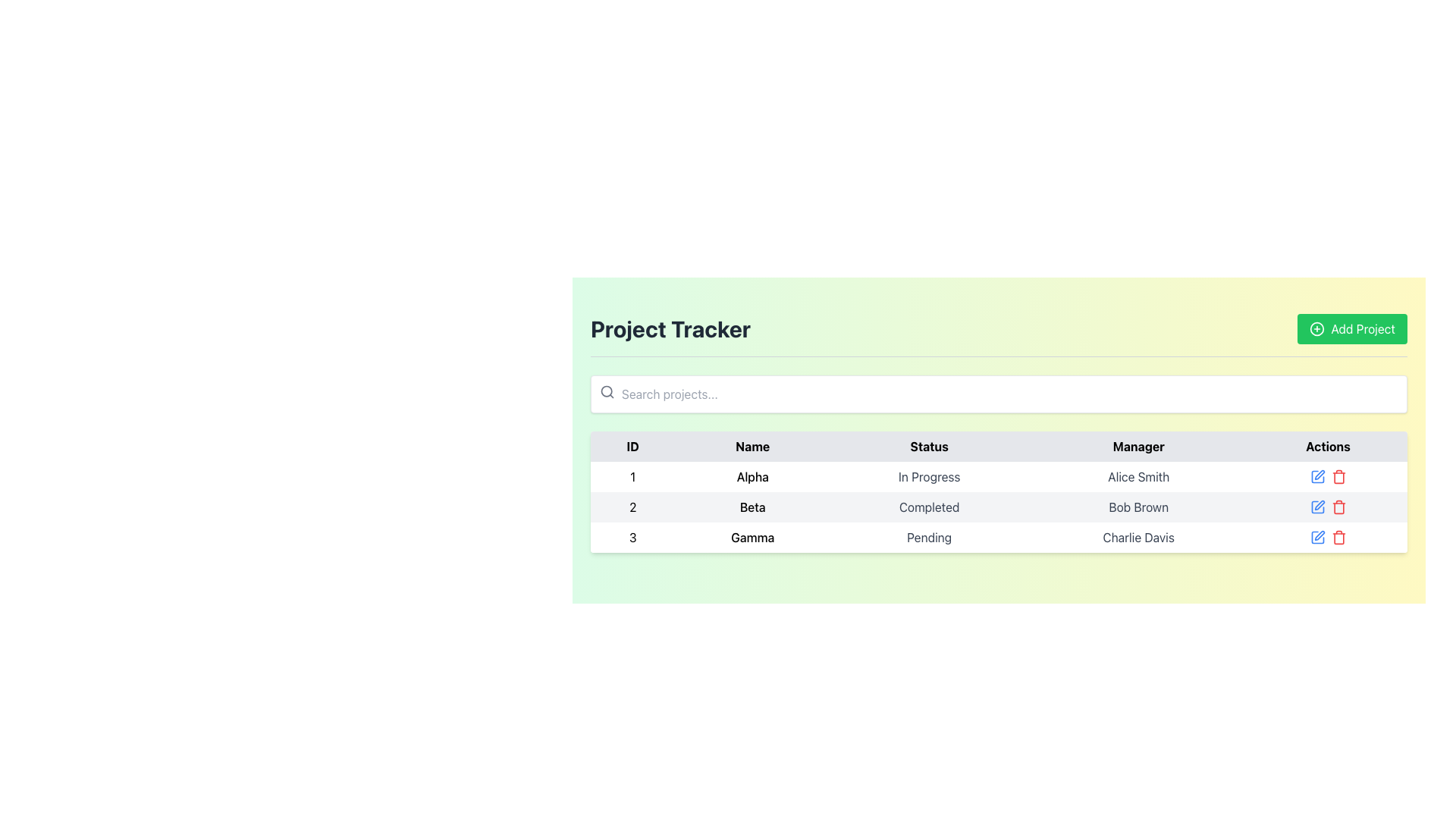 Image resolution: width=1456 pixels, height=819 pixels. I want to click on the edit button located in the 'Actions' column of the last row for 'Gamma', so click(1319, 535).